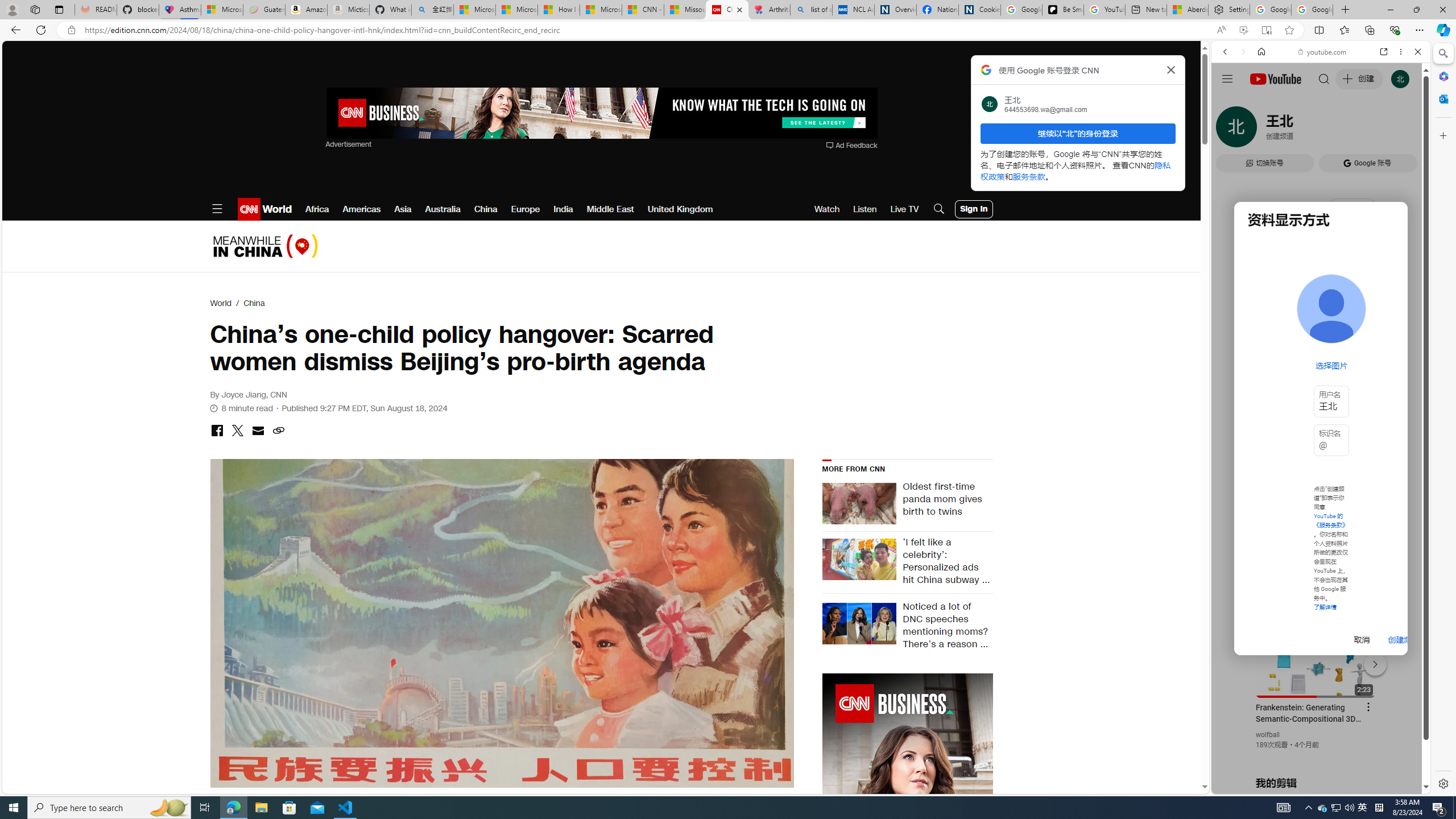  What do you see at coordinates (559, 9) in the screenshot?
I see `'How I Got Rid of Microsoft Edge'` at bounding box center [559, 9].